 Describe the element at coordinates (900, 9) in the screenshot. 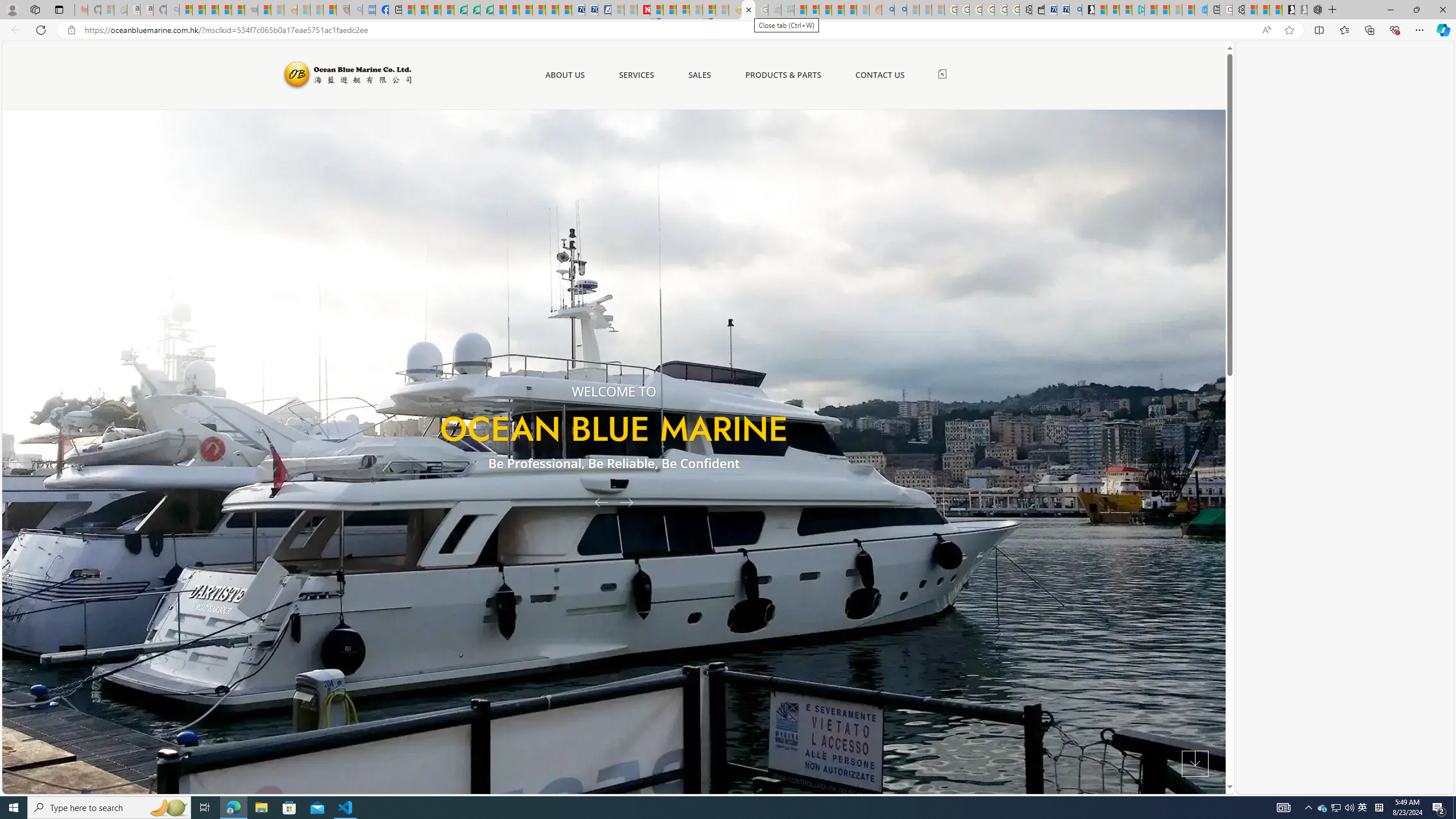

I see `'Utah sues federal government - Search'` at that location.